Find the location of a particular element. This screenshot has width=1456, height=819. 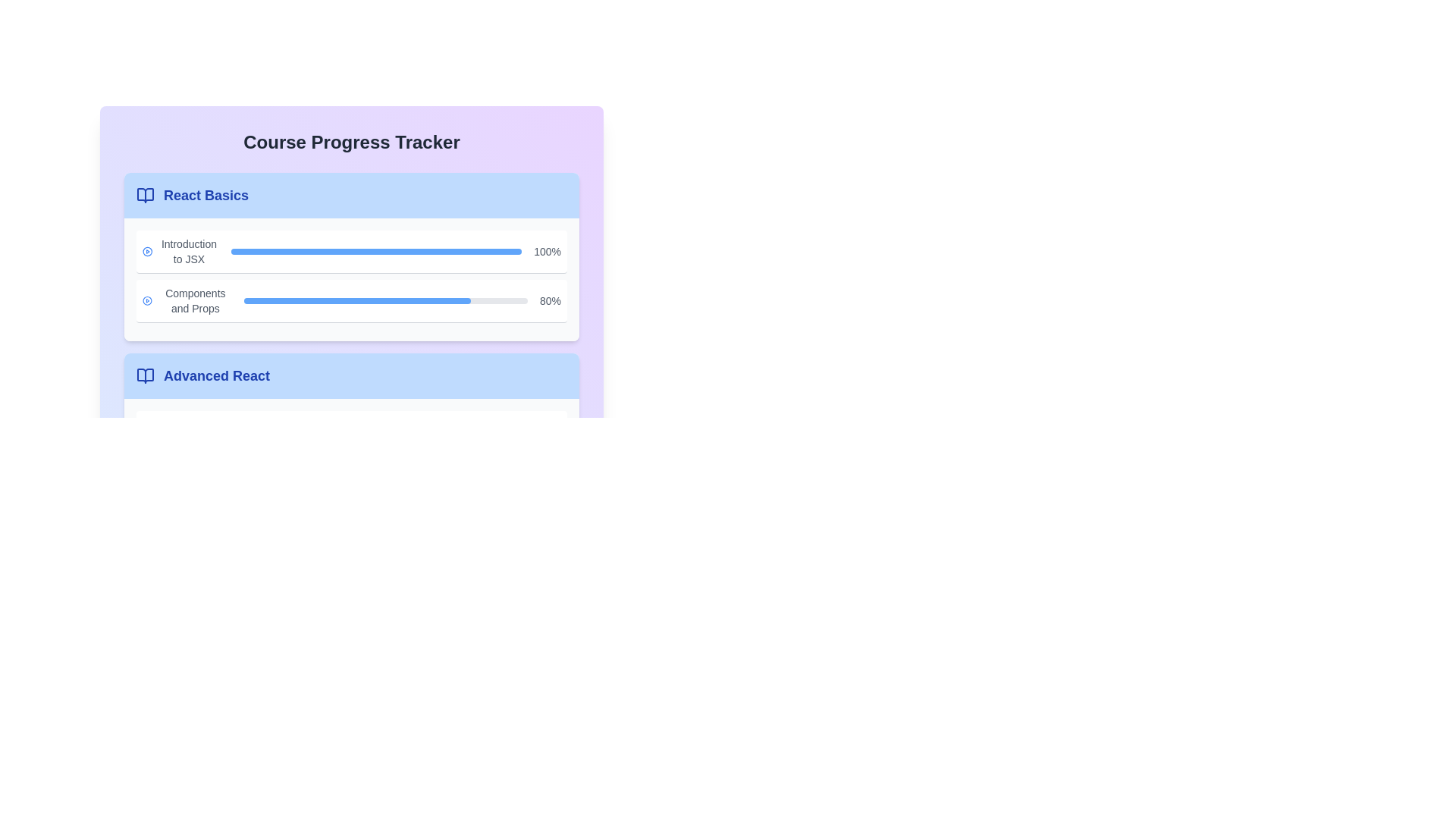

the 'React Basics' text label with the accompanying icon is located at coordinates (192, 195).